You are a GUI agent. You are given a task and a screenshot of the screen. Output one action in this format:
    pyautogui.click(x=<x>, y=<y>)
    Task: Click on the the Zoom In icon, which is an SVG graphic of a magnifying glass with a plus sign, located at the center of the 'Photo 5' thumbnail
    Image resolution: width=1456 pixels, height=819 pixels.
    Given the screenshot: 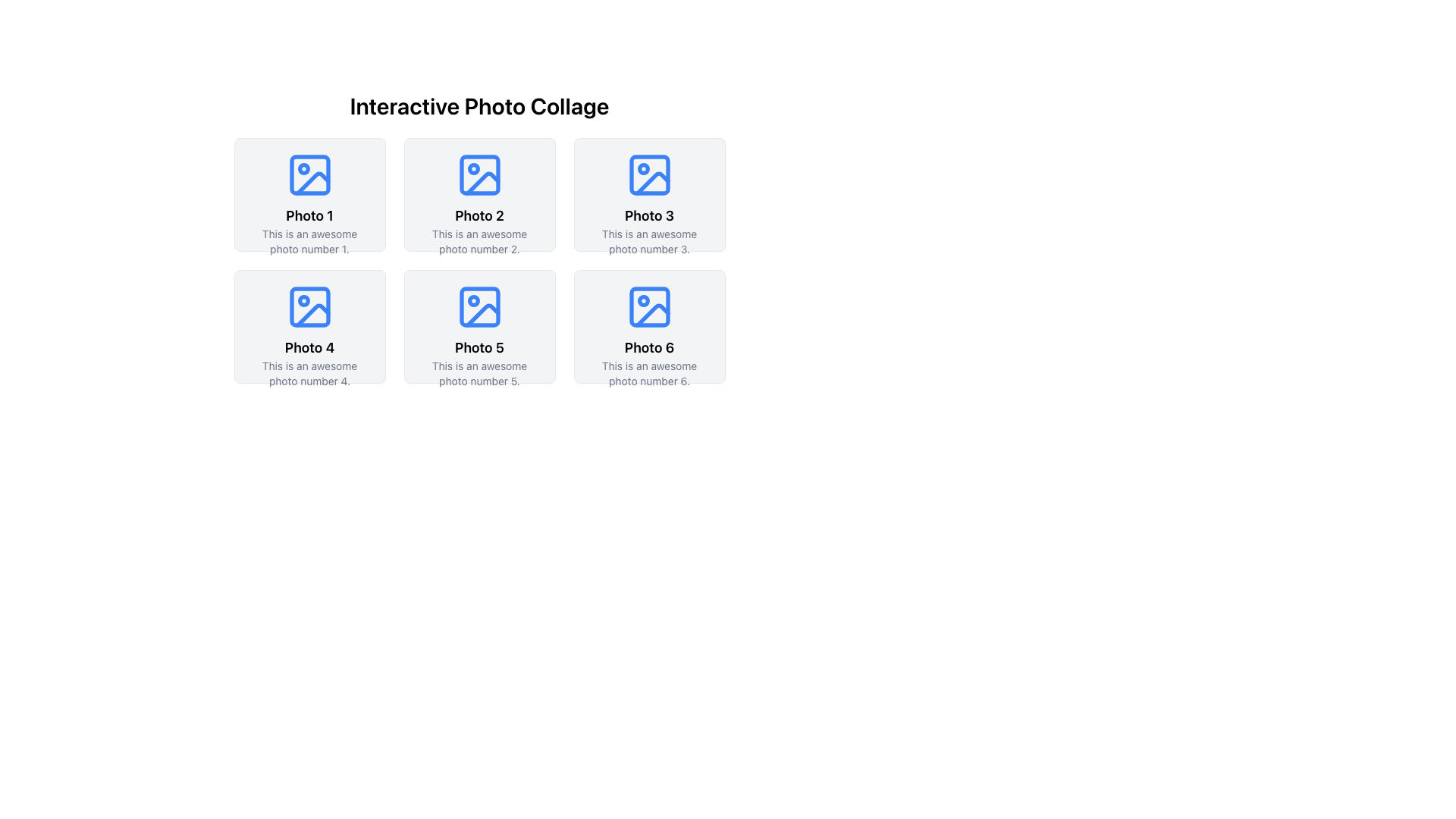 What is the action you would take?
    pyautogui.click(x=479, y=326)
    